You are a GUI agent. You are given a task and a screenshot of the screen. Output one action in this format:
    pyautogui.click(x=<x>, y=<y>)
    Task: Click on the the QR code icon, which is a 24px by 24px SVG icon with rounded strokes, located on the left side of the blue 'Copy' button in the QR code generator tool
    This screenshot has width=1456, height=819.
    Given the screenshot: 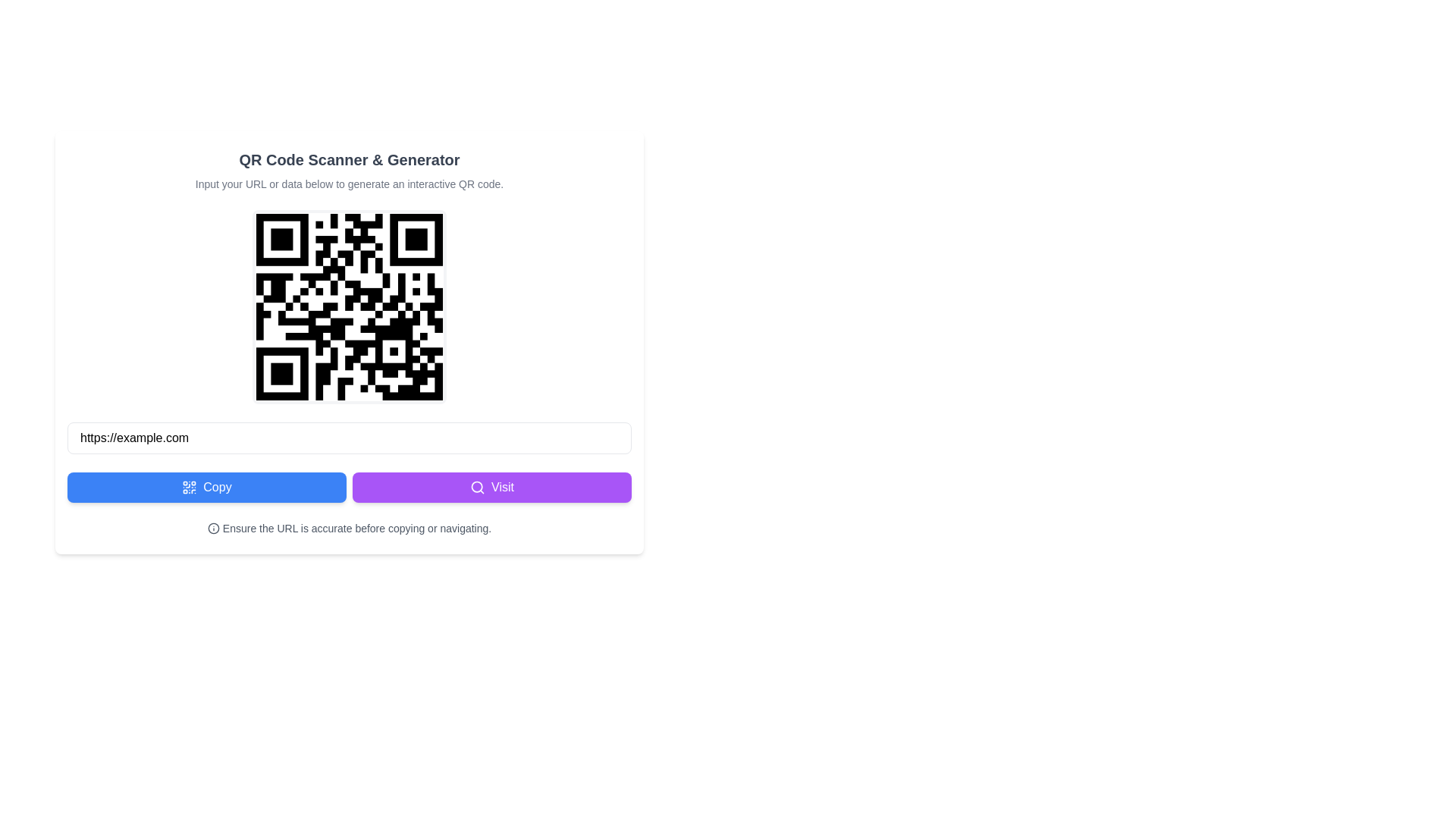 What is the action you would take?
    pyautogui.click(x=189, y=488)
    